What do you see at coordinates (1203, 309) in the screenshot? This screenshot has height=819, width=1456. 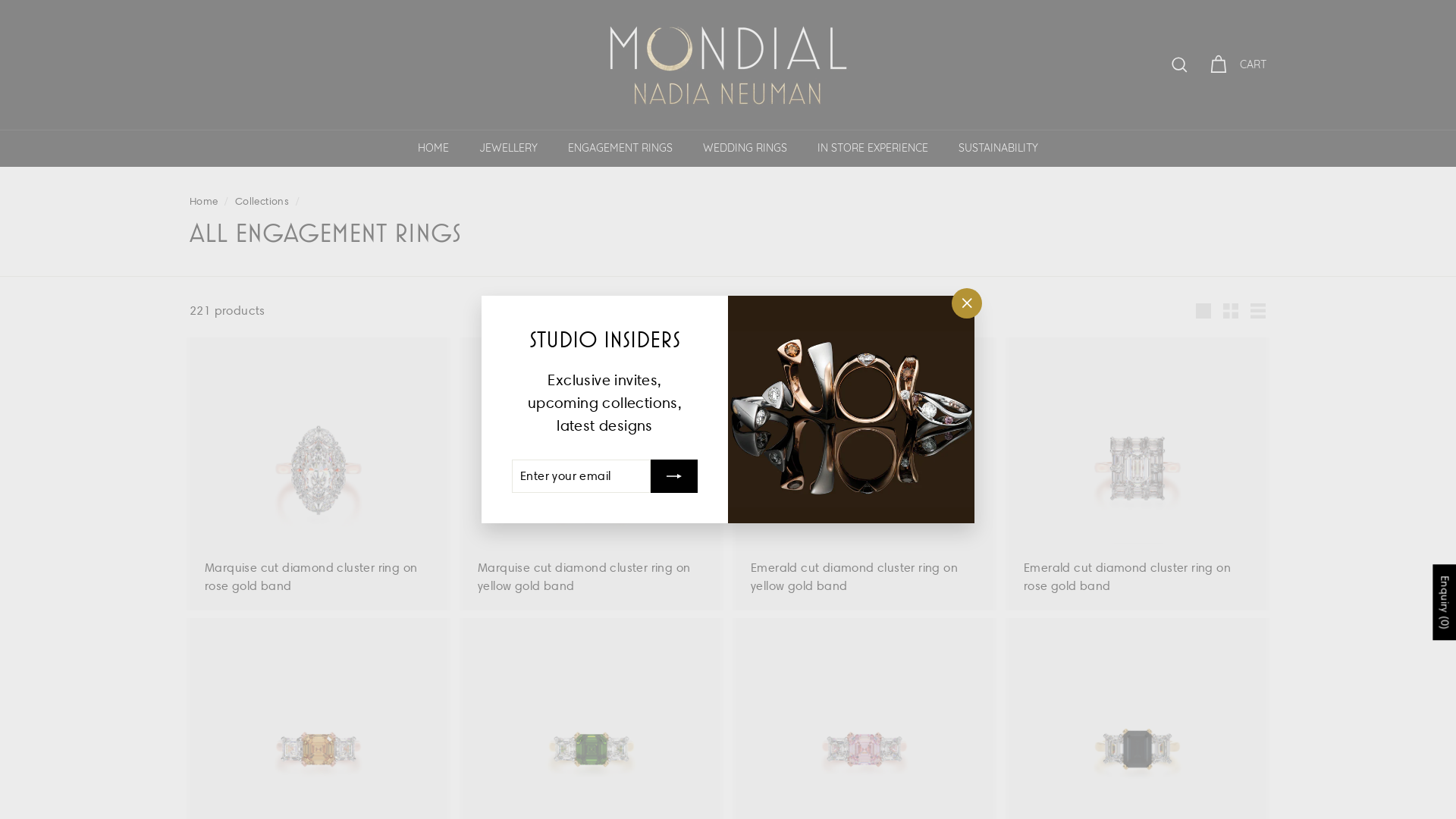 I see `'Large'` at bounding box center [1203, 309].